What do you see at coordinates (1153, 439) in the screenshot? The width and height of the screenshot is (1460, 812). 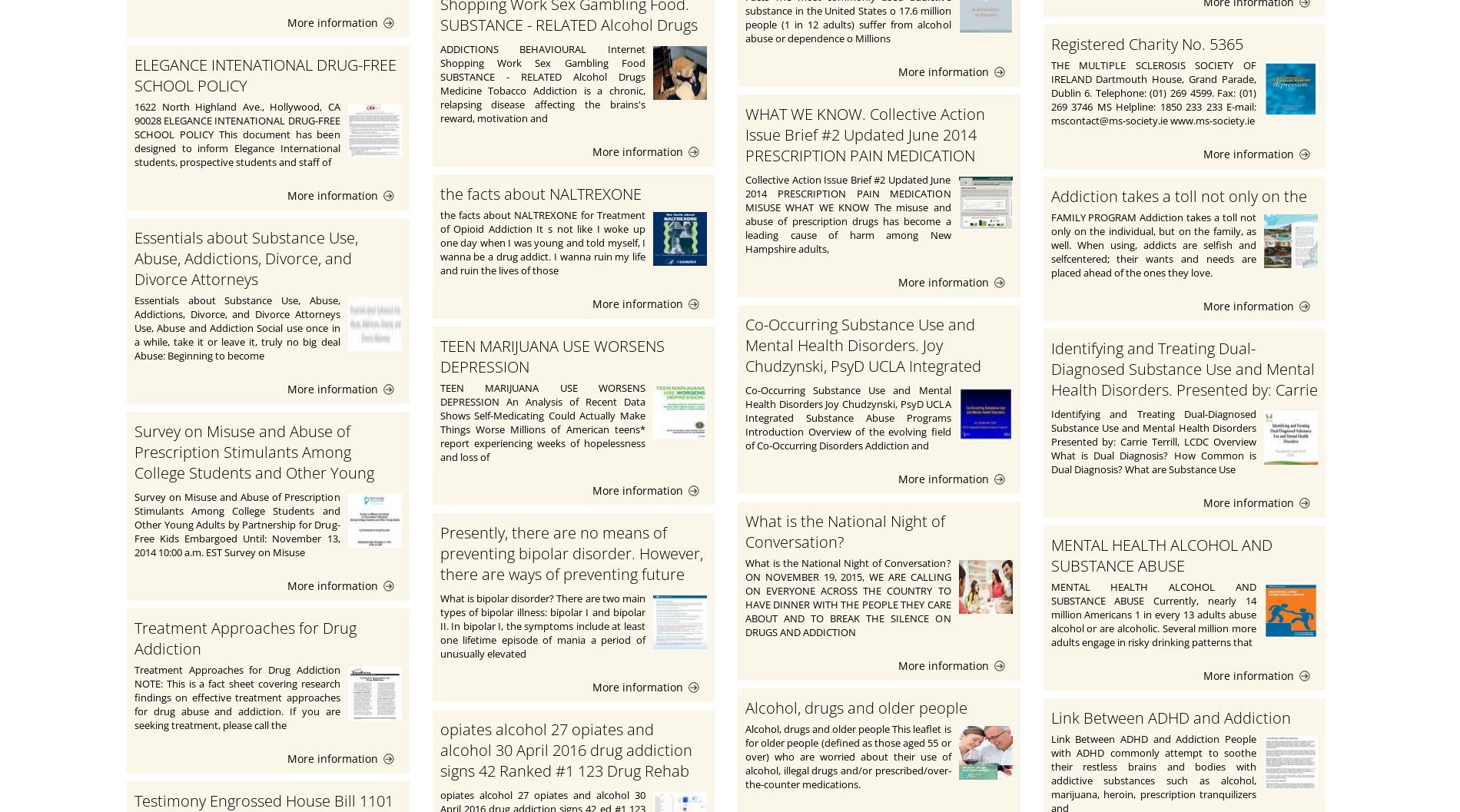 I see `'Identifying and Treating Dual-Diagnosed Substance Use and Mental Health Disorders Presented by: Carrie Terrill, LCDC Overview What is Dual Diagnosis? How Common is Dual Diagnosis? What are Substance Use'` at bounding box center [1153, 439].